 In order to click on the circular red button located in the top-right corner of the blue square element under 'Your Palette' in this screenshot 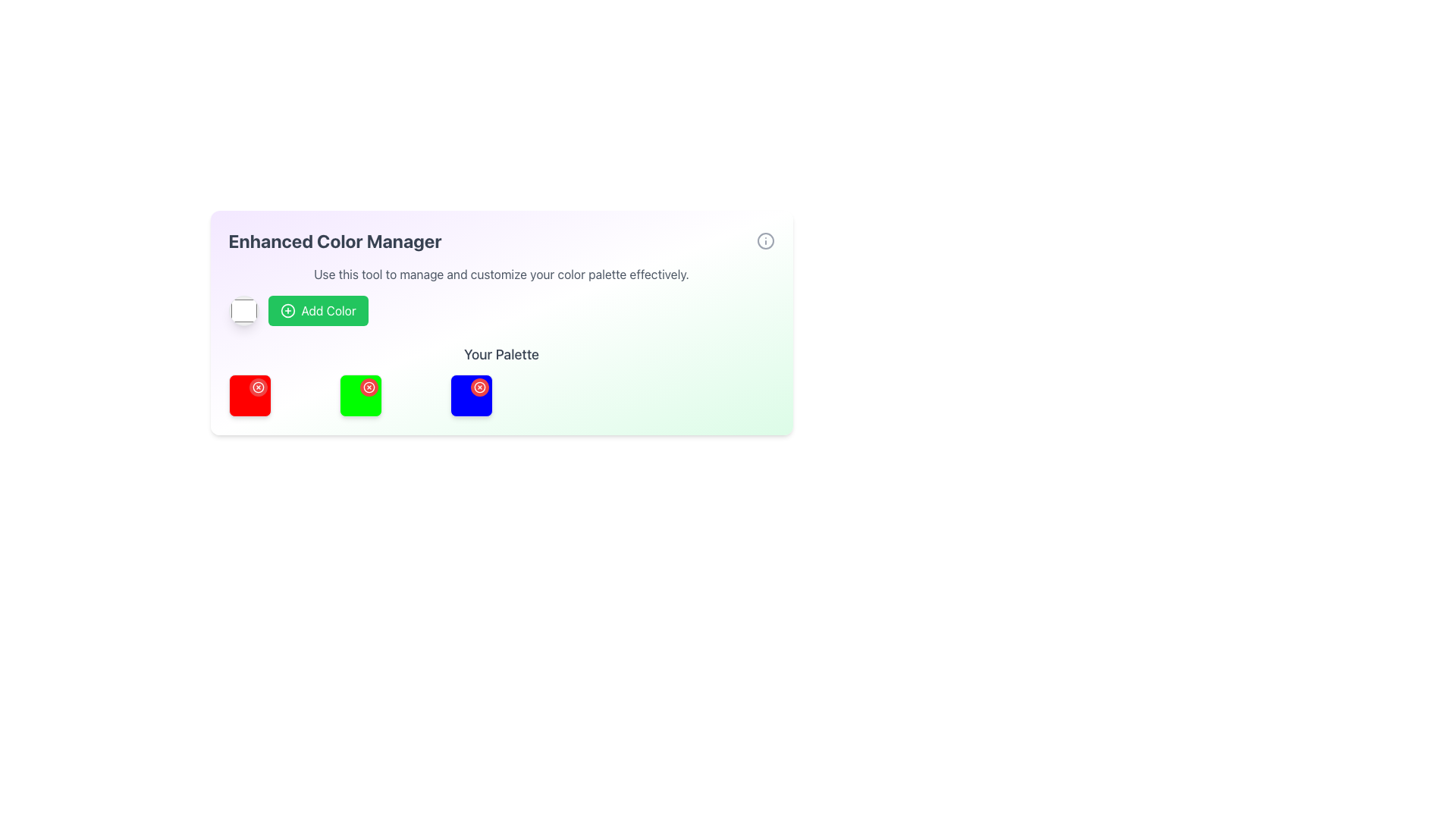, I will do `click(479, 386)`.